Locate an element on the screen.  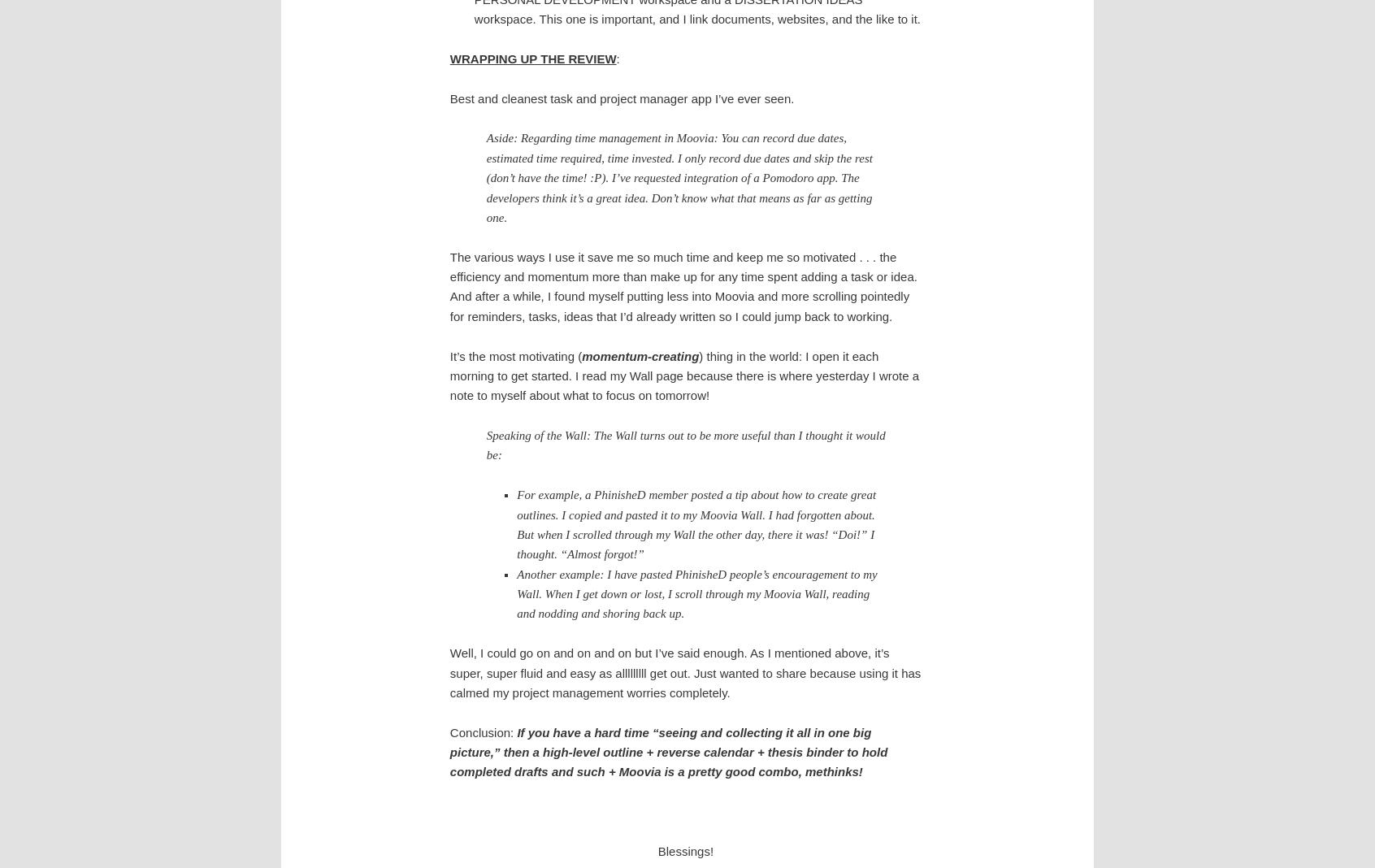
'Another example: I have pasted PhinisheD people’s encouragement to my Wall. When I get down or lost, I scroll through my Moovia Wall, reading and nodding and shoring back up.' is located at coordinates (696, 593).